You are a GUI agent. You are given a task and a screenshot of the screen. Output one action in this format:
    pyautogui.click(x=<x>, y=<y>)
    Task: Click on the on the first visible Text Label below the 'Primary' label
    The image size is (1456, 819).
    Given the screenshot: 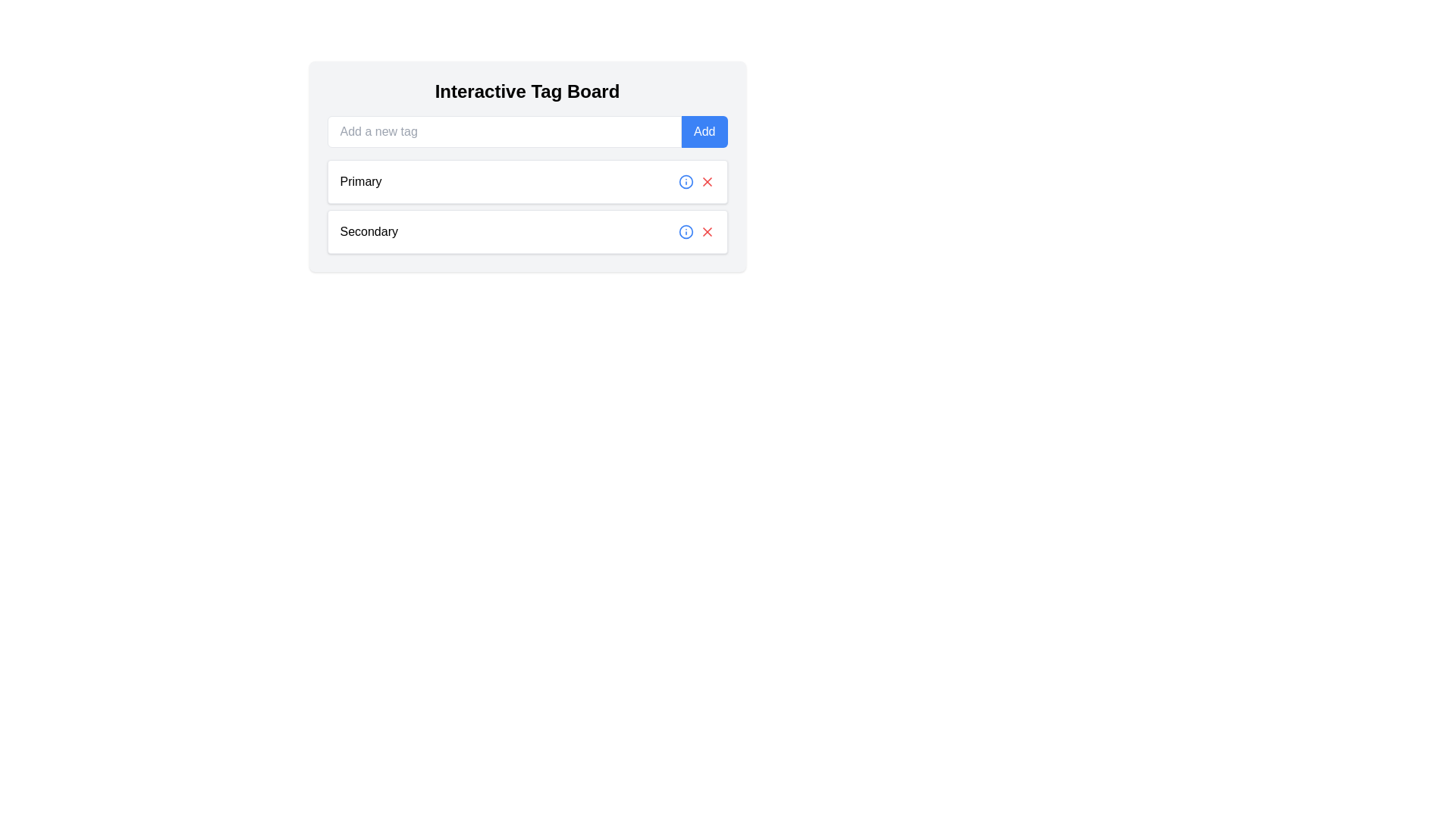 What is the action you would take?
    pyautogui.click(x=369, y=231)
    